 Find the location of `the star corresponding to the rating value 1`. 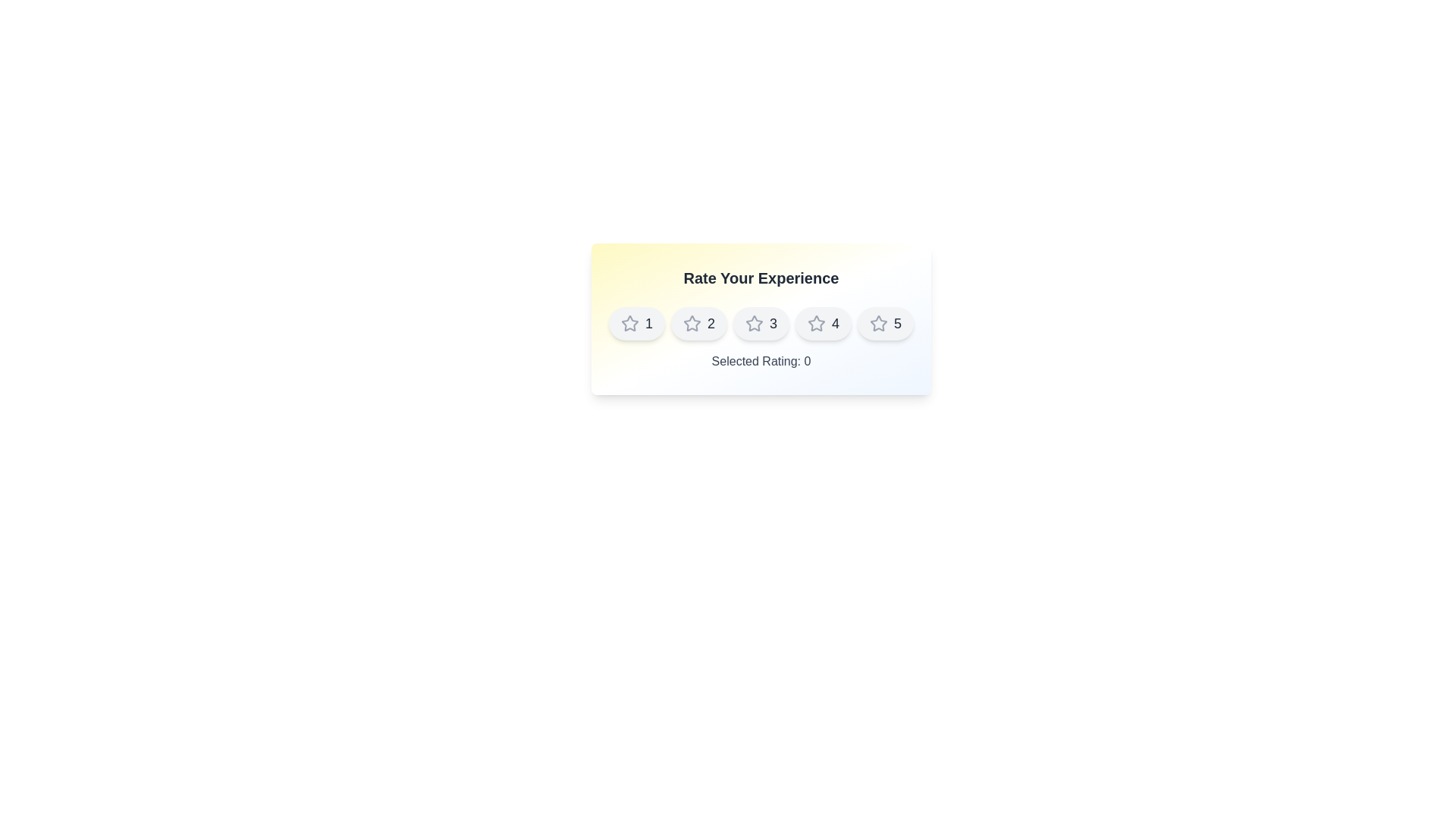

the star corresponding to the rating value 1 is located at coordinates (637, 323).